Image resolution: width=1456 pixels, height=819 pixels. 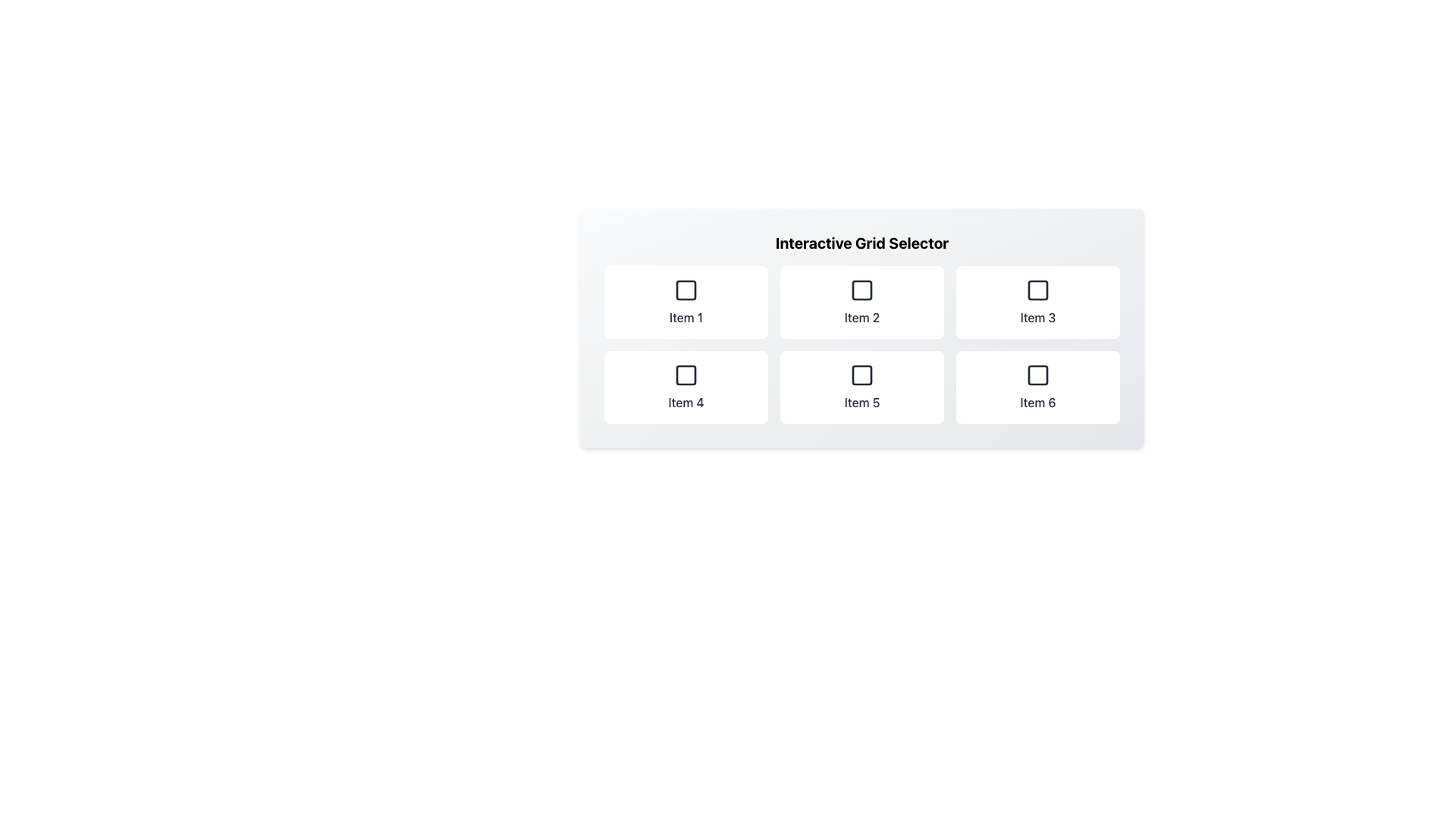 I want to click on the second card in the grid layout representing 'Item 2', so click(x=862, y=327).